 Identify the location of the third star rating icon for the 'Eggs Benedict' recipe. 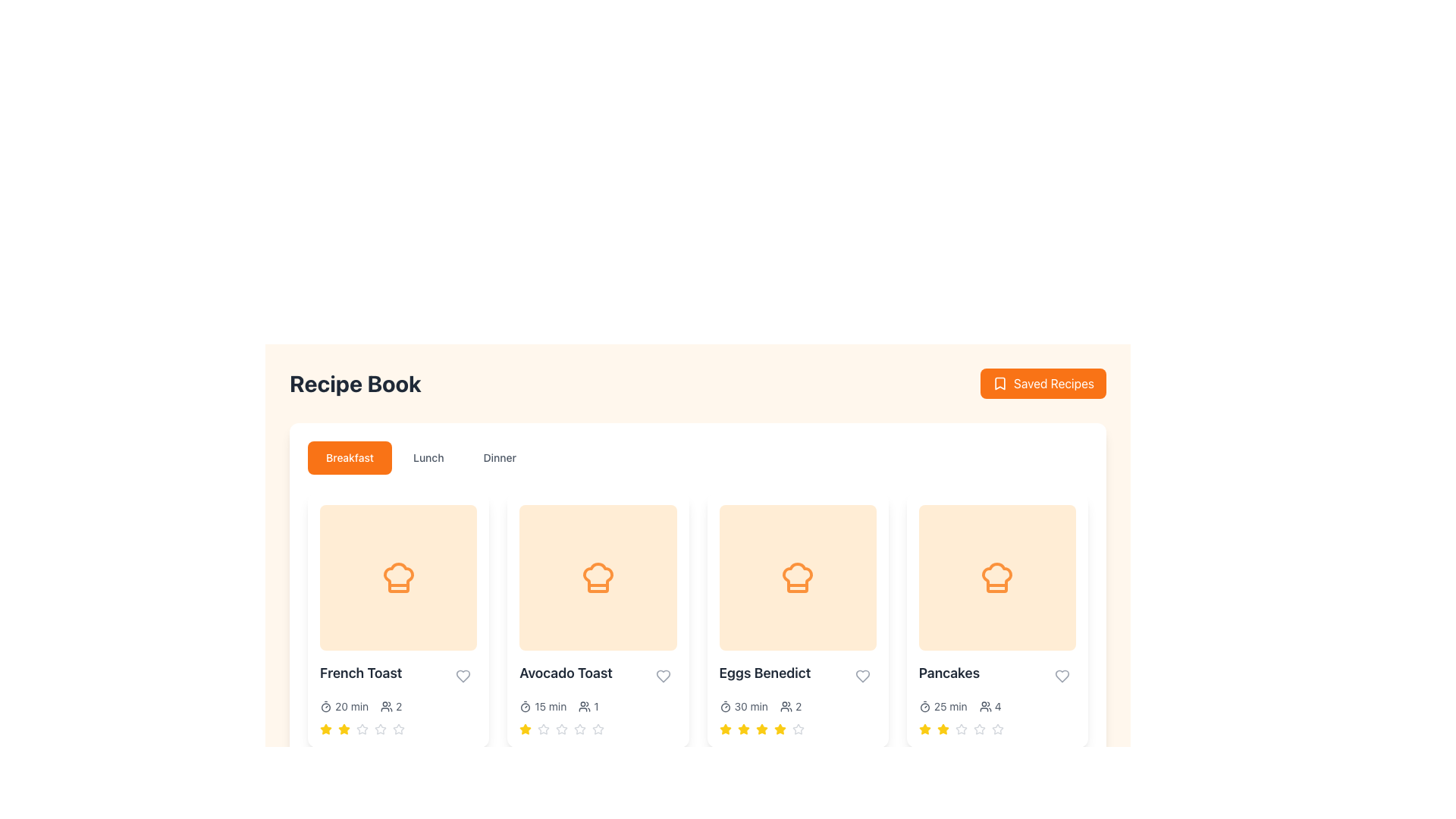
(761, 728).